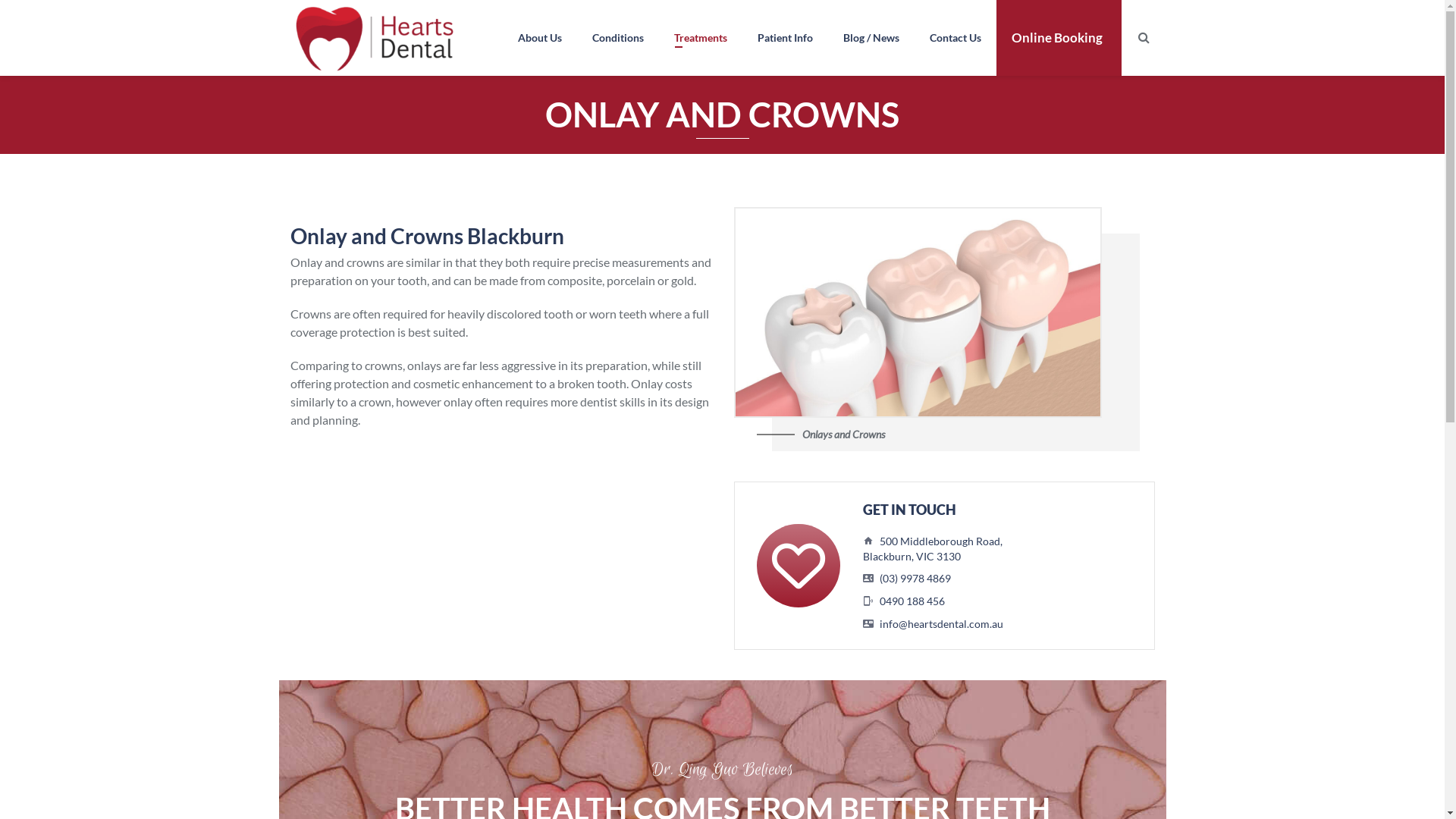 This screenshot has width=1456, height=819. I want to click on 'Online Booking', so click(996, 37).